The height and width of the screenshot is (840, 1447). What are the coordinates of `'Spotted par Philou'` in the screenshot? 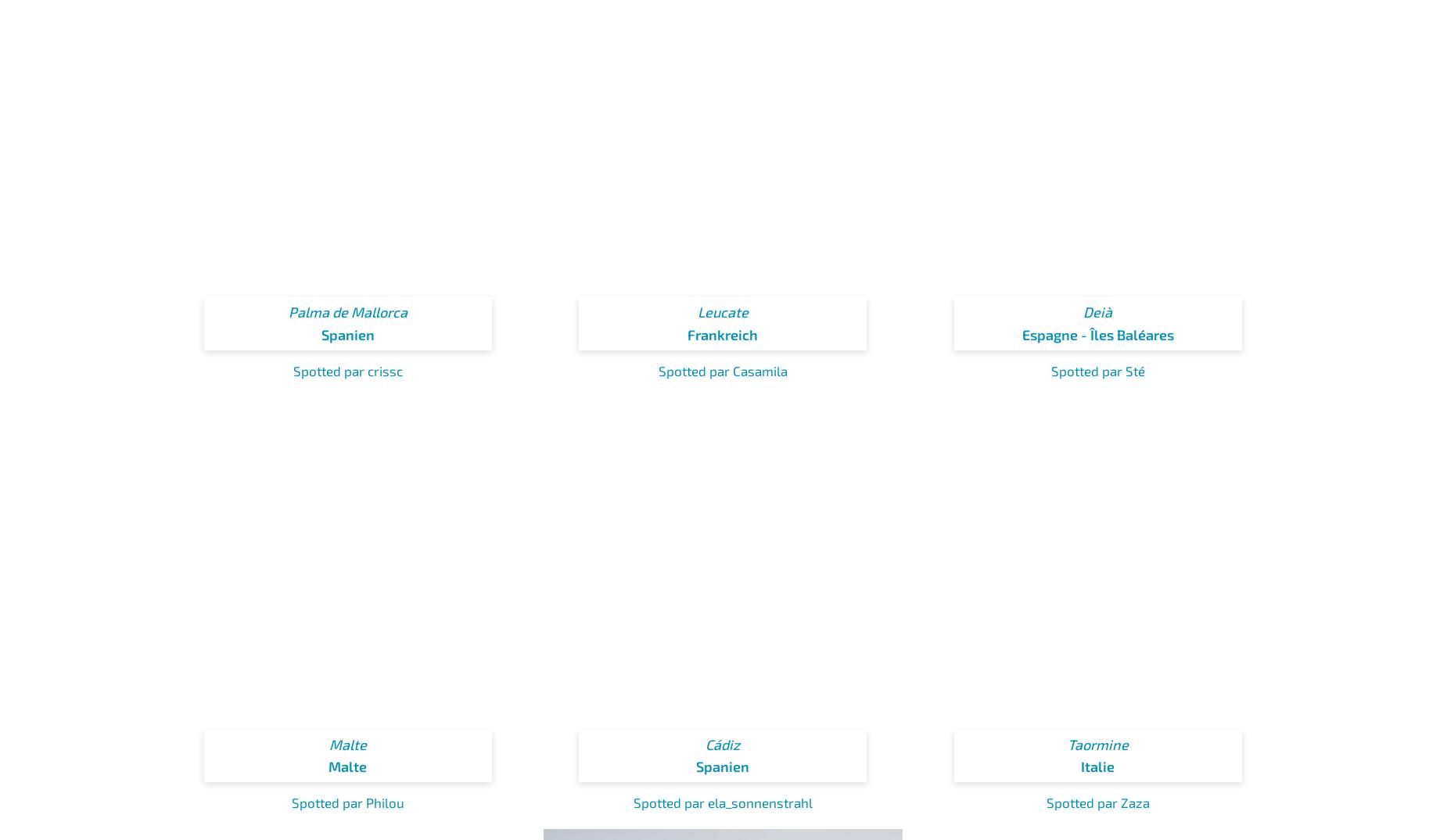 It's located at (346, 802).